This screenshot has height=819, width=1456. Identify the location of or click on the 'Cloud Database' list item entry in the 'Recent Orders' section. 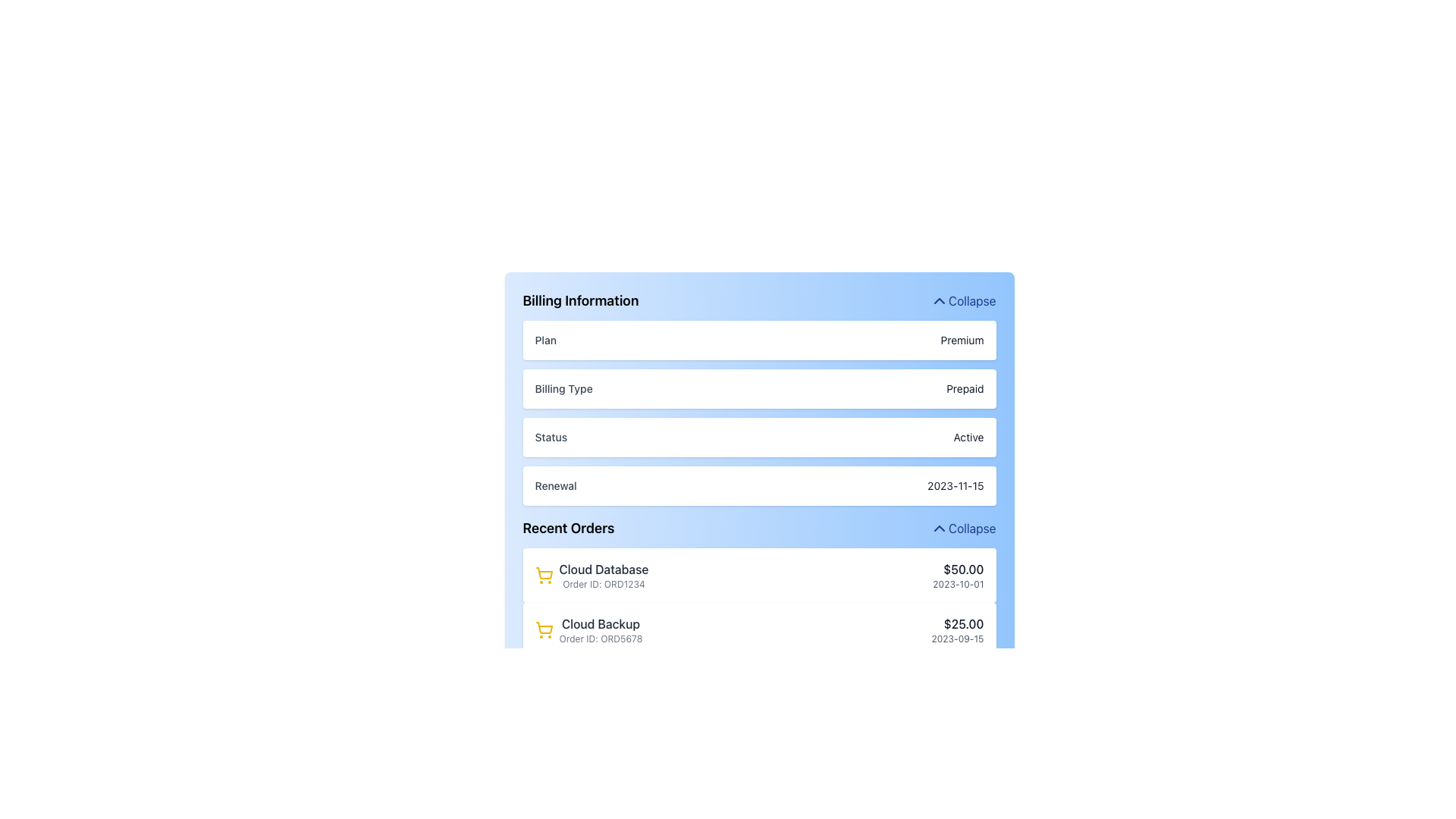
(591, 576).